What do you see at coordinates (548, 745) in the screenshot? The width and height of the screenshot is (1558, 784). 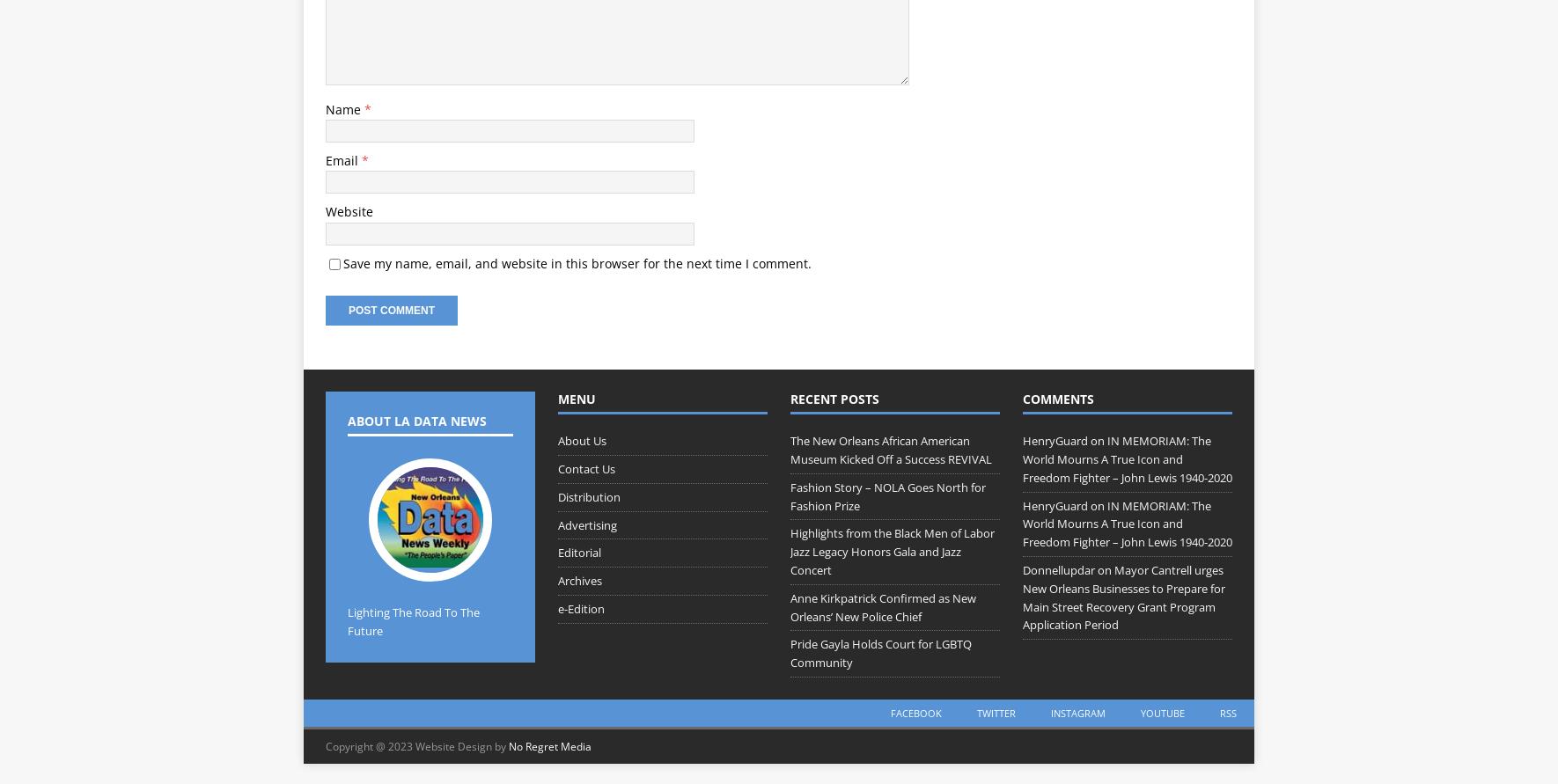 I see `'No Regret Media'` at bounding box center [548, 745].